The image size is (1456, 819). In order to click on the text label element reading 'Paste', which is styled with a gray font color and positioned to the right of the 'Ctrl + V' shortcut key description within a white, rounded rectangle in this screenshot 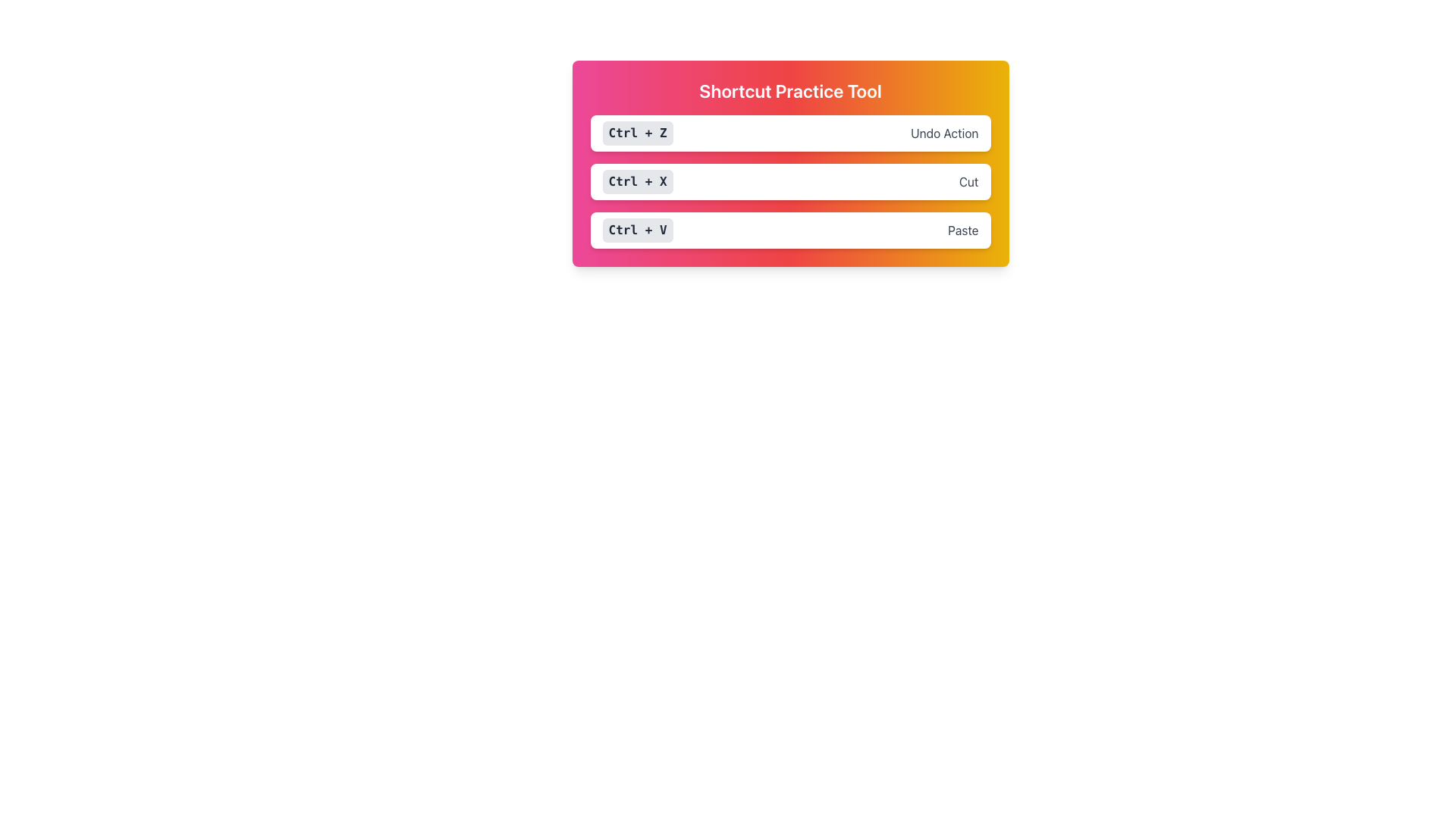, I will do `click(962, 231)`.